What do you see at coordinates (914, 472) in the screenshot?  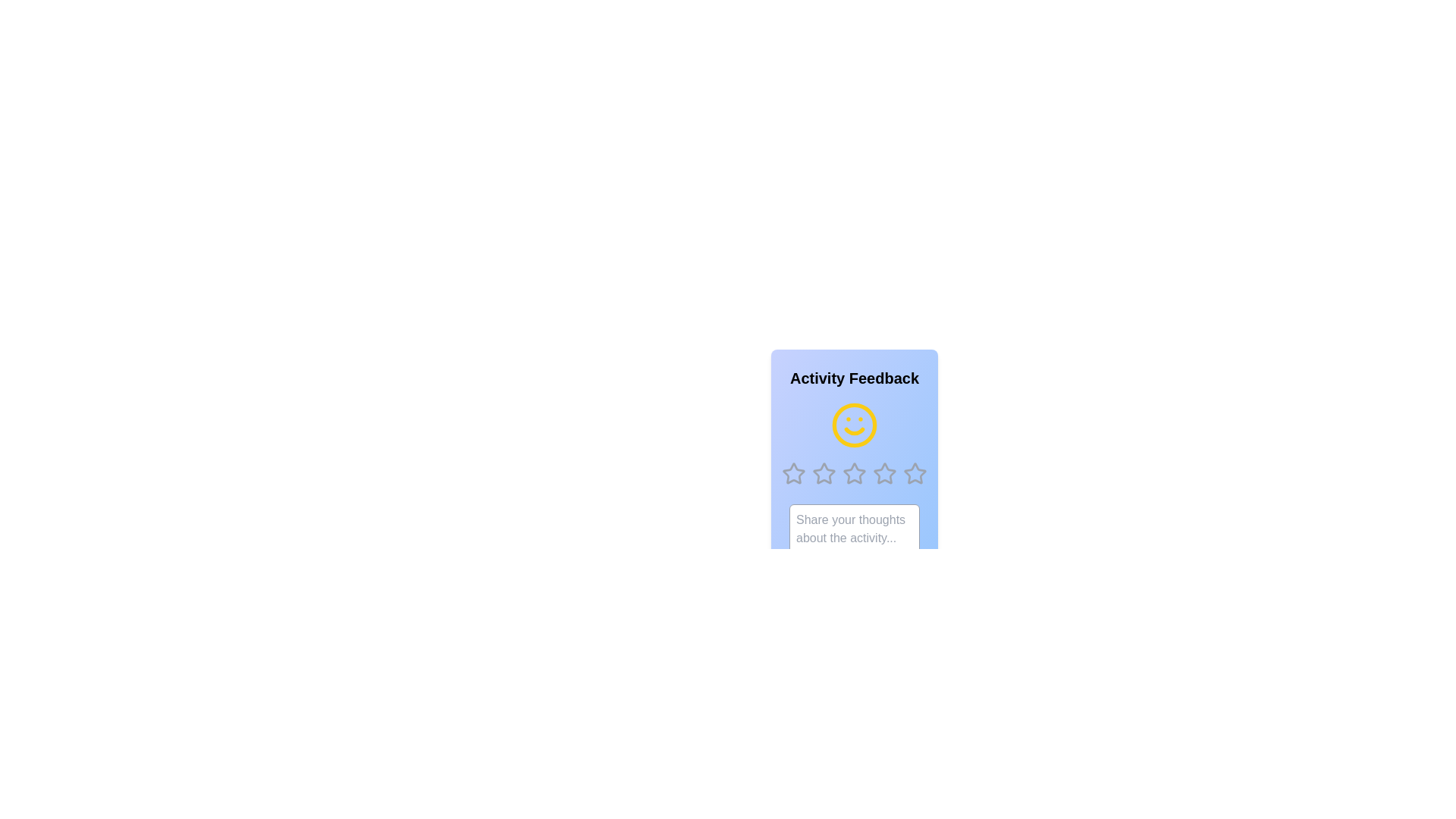 I see `the cursor over the fifth star in the rating system` at bounding box center [914, 472].